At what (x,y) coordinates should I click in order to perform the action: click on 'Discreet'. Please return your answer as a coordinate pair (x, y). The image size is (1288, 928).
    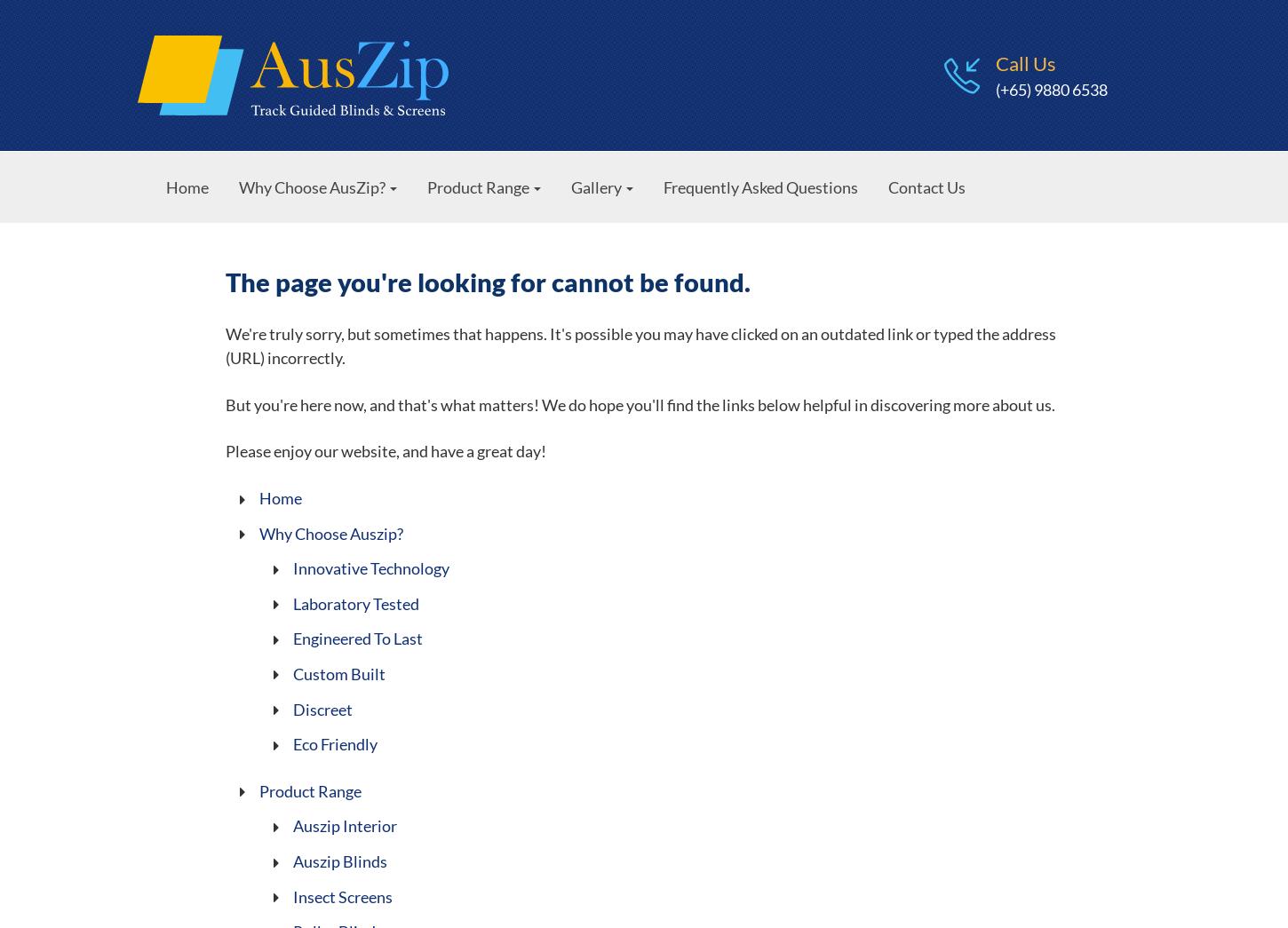
    Looking at the image, I should click on (322, 709).